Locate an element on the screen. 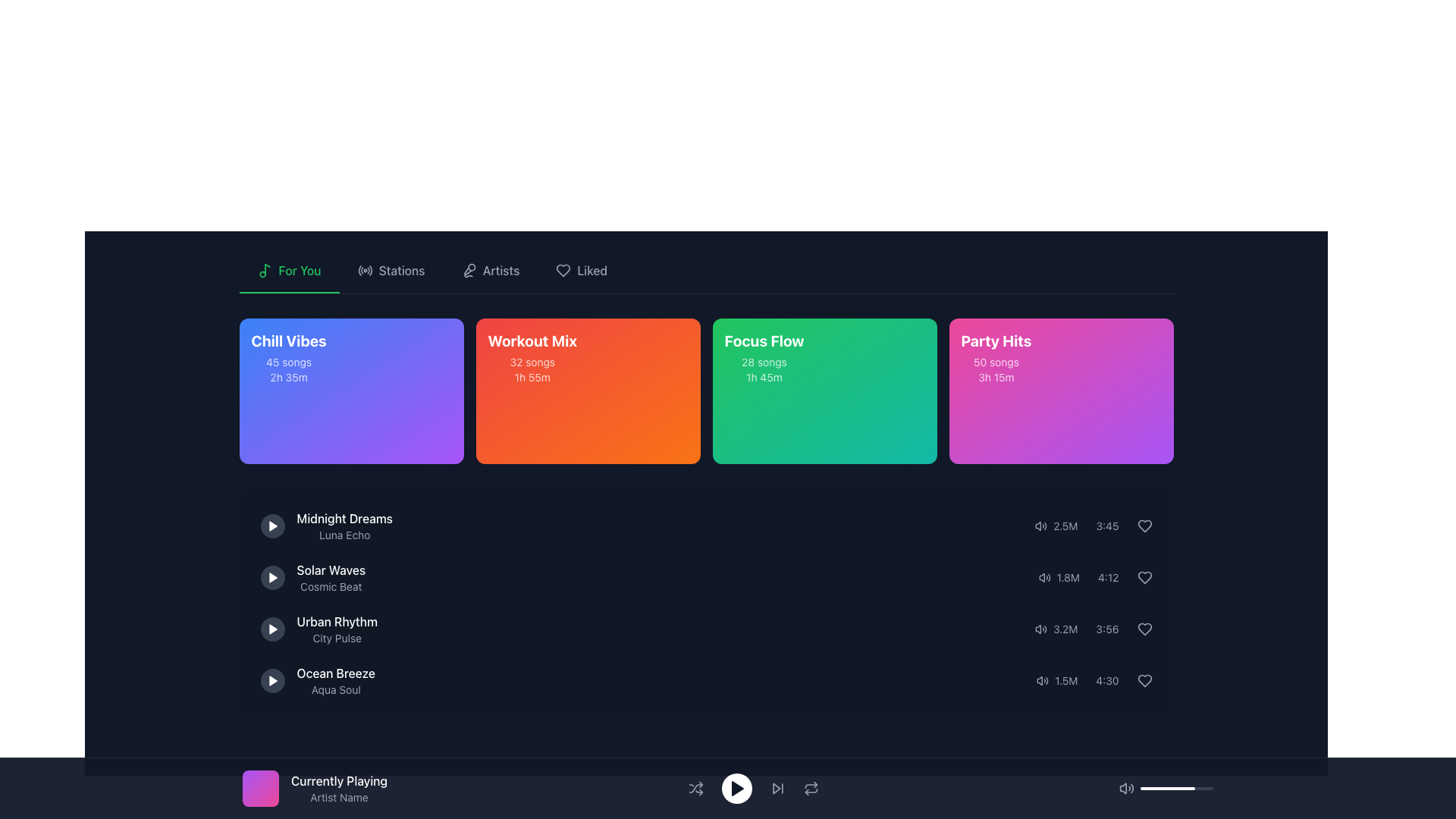  the play button for the 'Ocean Breeze' audio track located in the fourth row of the list on the left side of the text 'Ocean Breeze' and 'Aqua Soul' is located at coordinates (272, 680).